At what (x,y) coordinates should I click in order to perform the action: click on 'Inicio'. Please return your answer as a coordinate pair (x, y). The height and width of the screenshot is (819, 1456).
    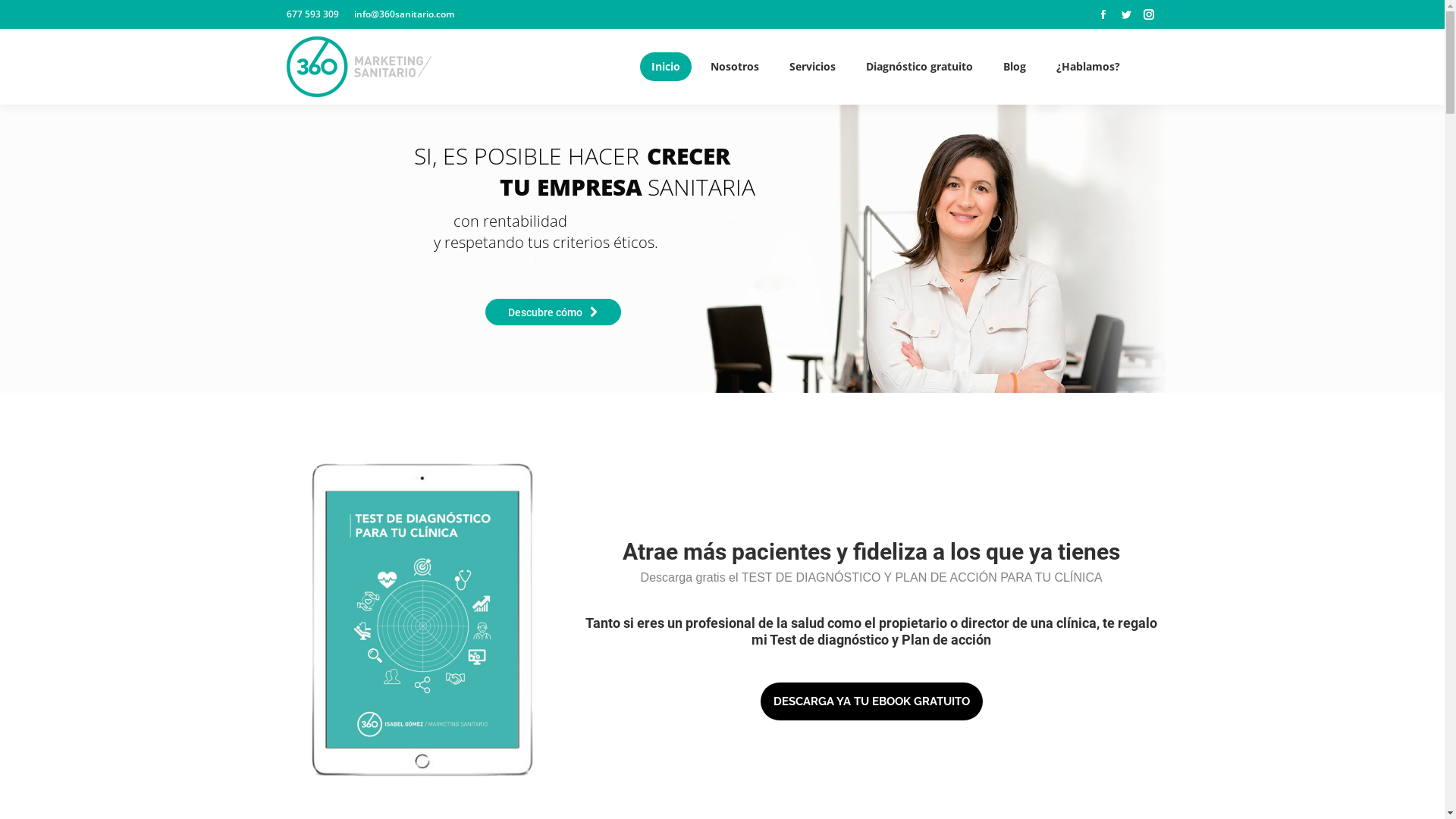
    Looking at the image, I should click on (666, 66).